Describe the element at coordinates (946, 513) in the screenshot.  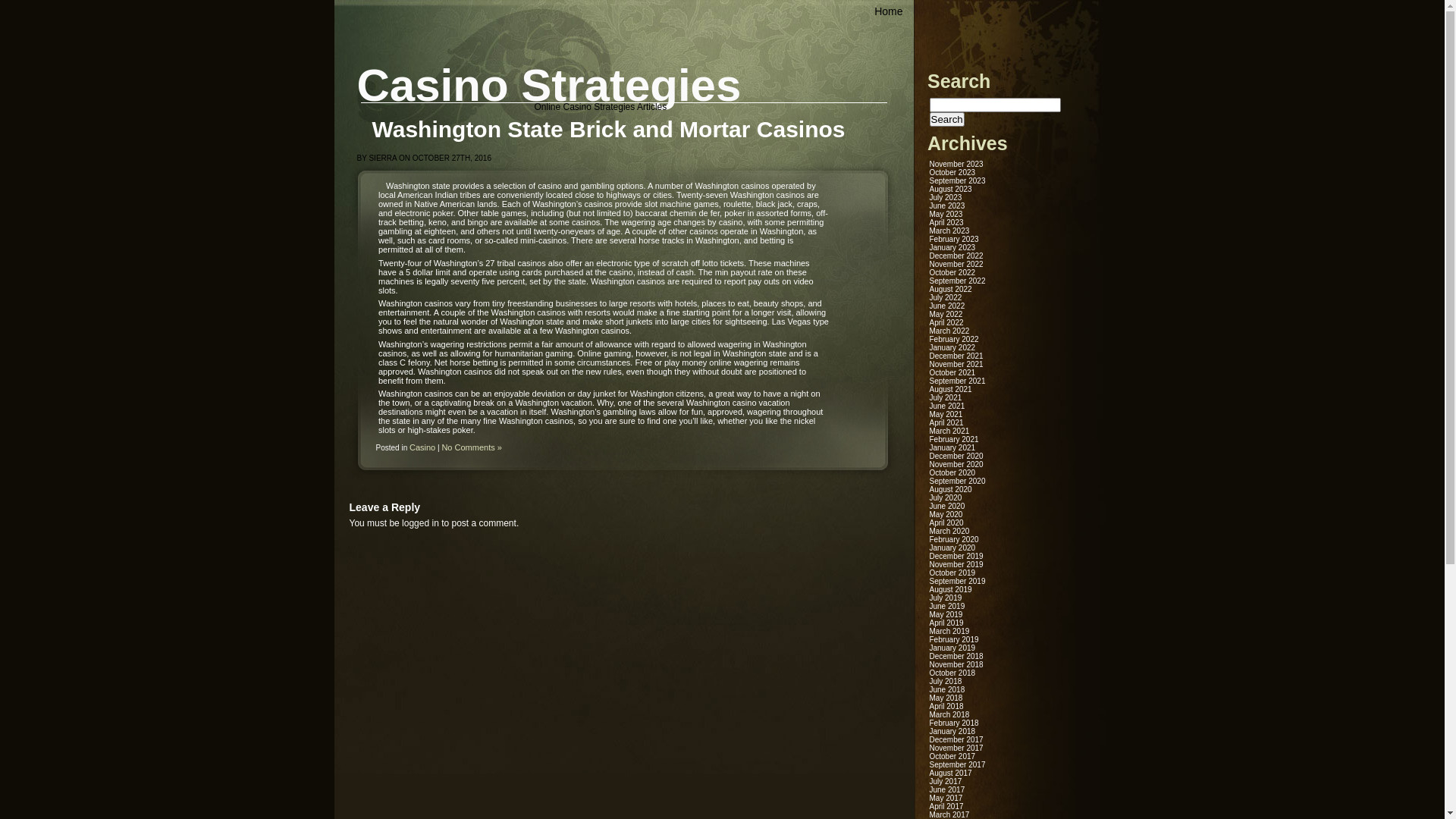
I see `'May 2020'` at that location.